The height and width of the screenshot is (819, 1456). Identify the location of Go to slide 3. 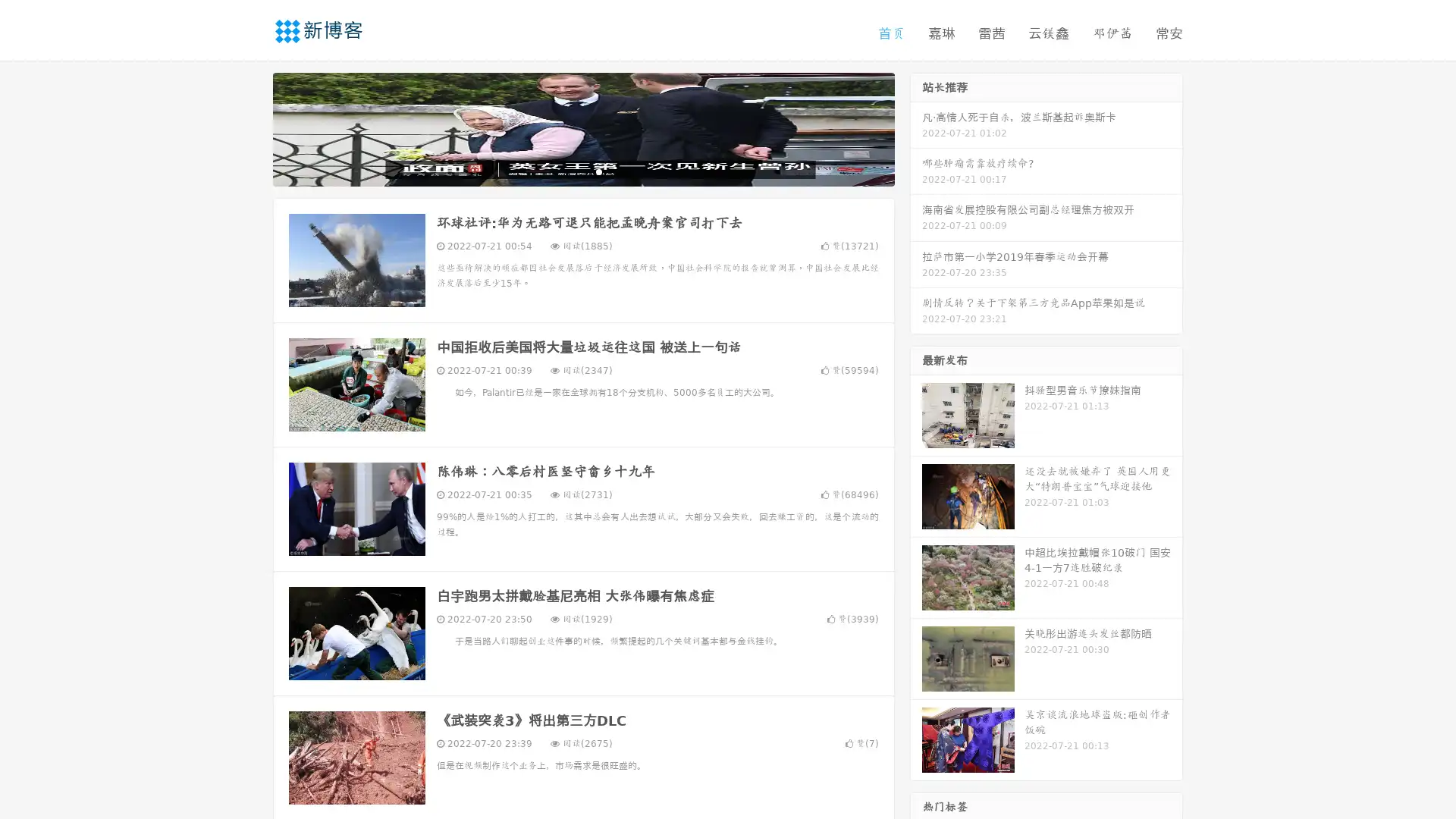
(598, 171).